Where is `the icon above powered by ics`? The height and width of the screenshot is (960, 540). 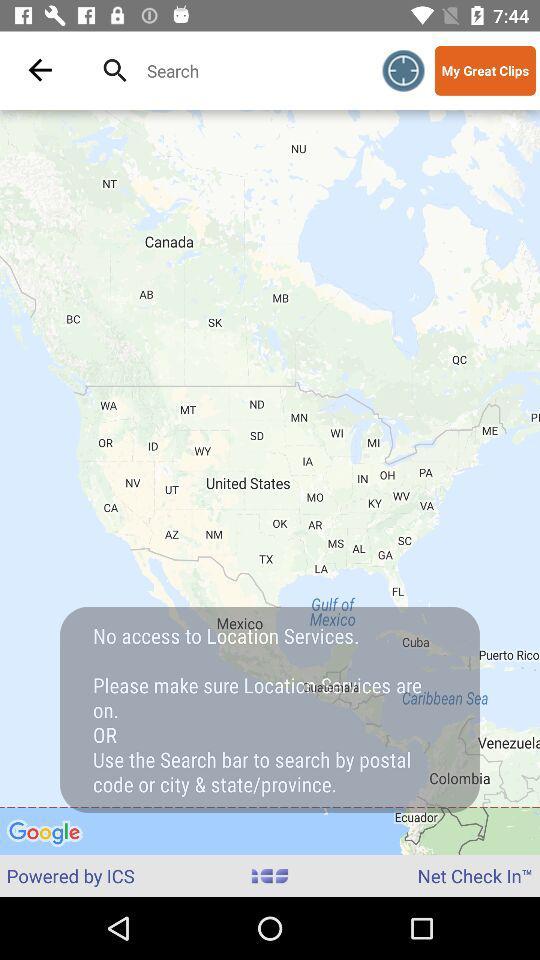
the icon above powered by ics is located at coordinates (270, 481).